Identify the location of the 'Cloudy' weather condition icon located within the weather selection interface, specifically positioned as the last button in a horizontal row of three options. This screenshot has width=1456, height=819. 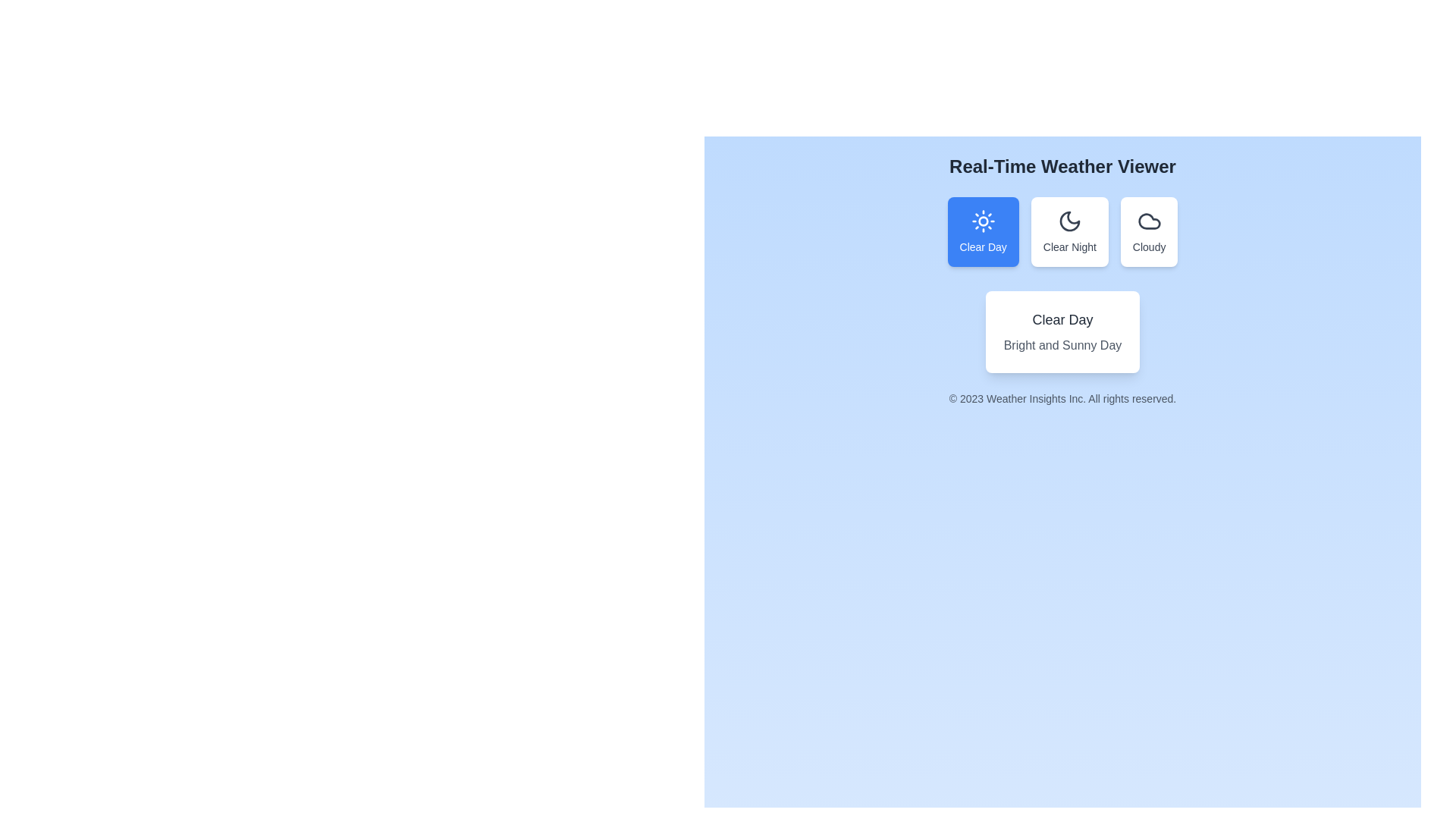
(1149, 221).